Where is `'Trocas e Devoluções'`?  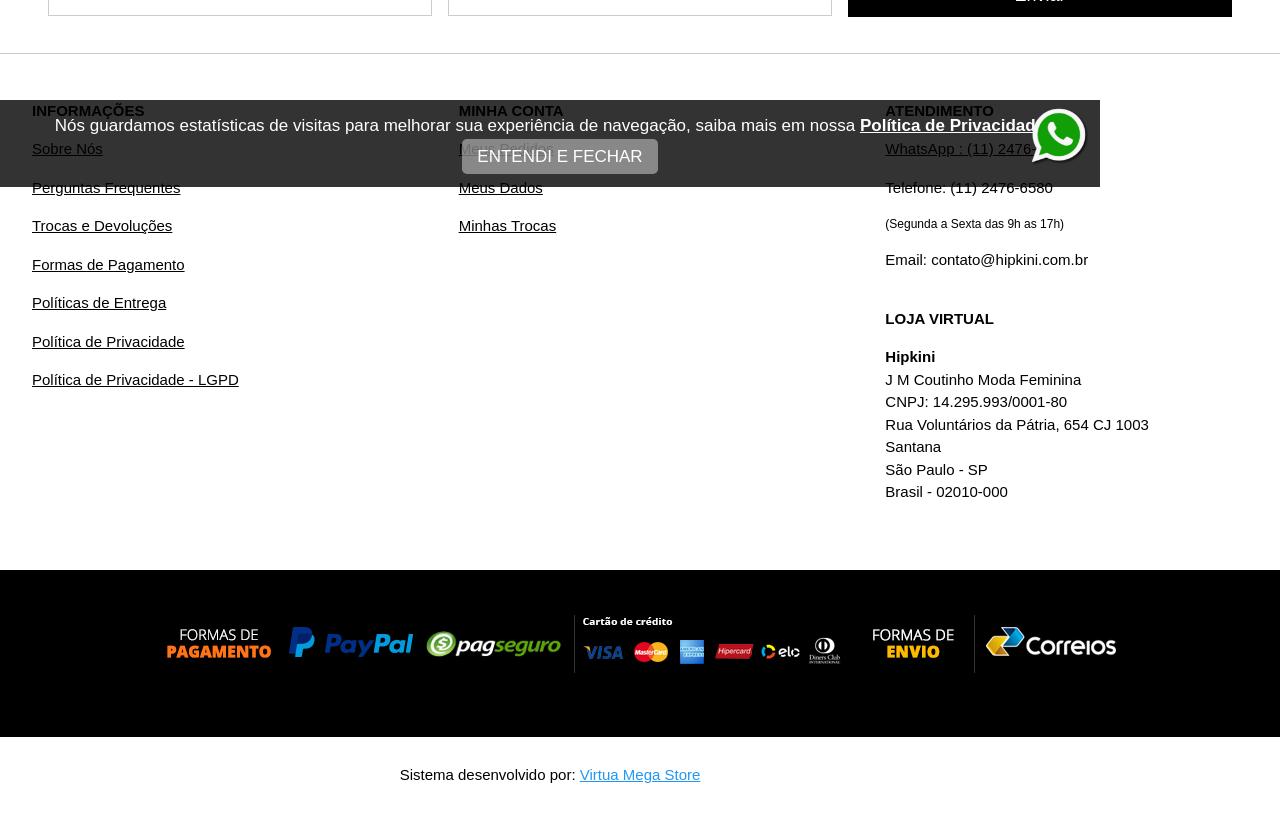 'Trocas e Devoluções' is located at coordinates (101, 224).